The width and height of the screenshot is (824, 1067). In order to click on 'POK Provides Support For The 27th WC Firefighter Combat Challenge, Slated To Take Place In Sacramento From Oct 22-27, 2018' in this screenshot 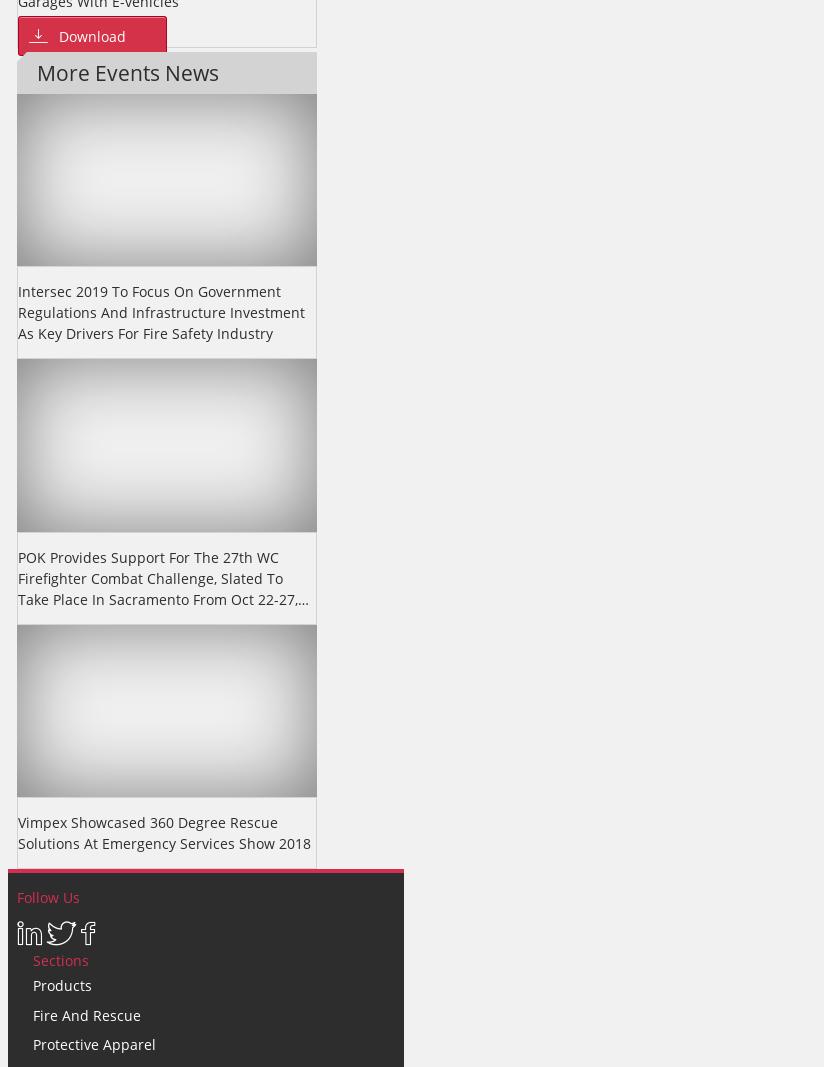, I will do `click(16, 588)`.